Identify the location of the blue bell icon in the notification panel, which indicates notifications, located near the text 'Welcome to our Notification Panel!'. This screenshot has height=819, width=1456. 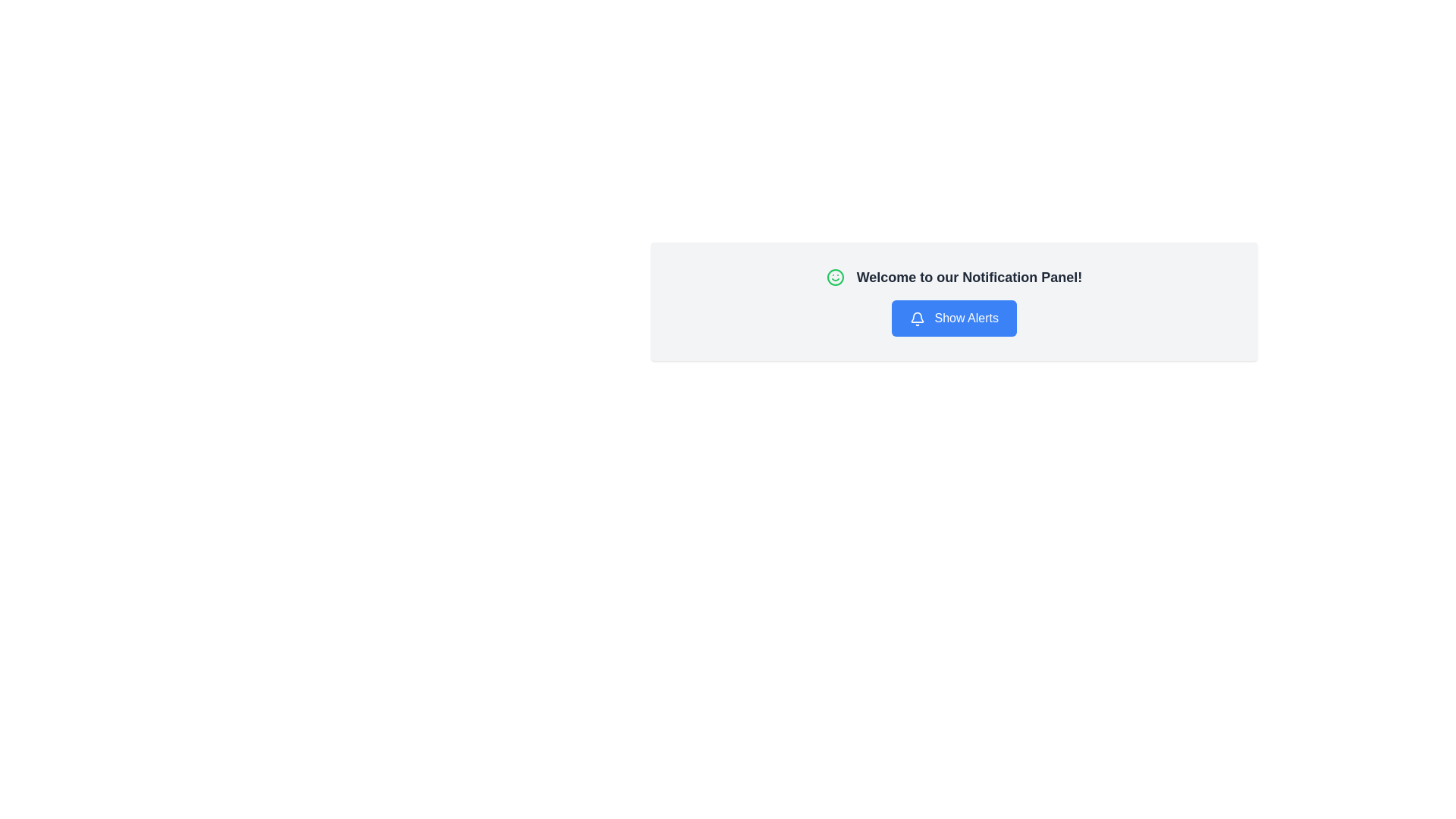
(916, 316).